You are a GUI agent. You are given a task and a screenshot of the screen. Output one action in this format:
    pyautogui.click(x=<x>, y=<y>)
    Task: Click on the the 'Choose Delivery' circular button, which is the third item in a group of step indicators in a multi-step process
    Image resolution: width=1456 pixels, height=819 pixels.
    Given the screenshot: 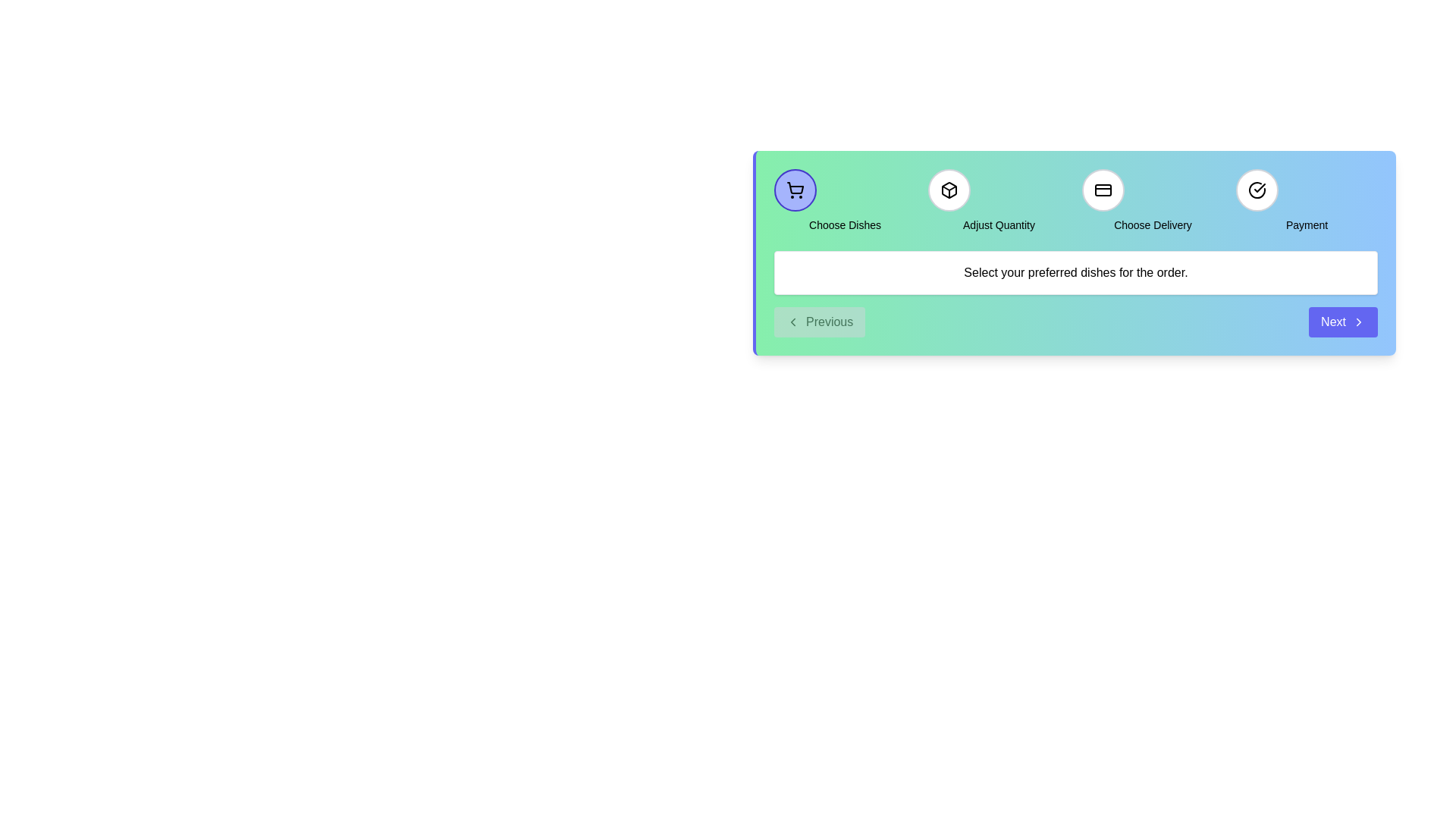 What is the action you would take?
    pyautogui.click(x=1103, y=189)
    